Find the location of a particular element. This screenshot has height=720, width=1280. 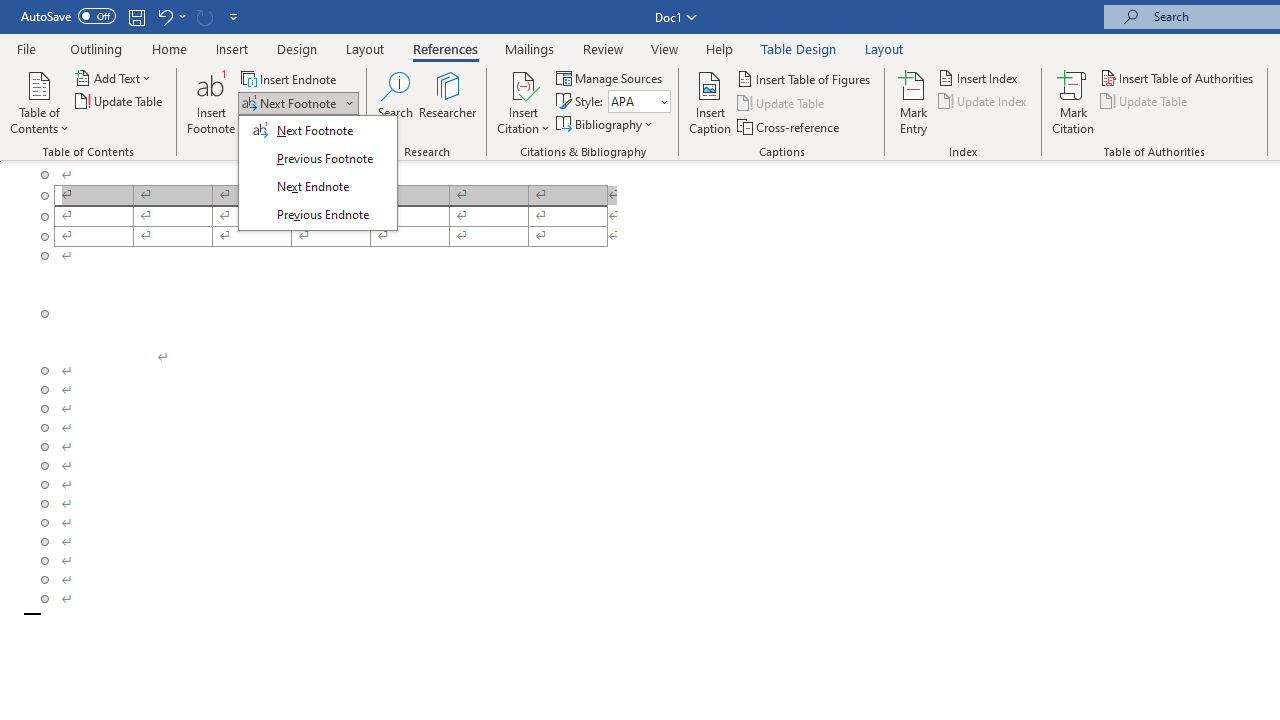

'Next Footnote' is located at coordinates (289, 103).